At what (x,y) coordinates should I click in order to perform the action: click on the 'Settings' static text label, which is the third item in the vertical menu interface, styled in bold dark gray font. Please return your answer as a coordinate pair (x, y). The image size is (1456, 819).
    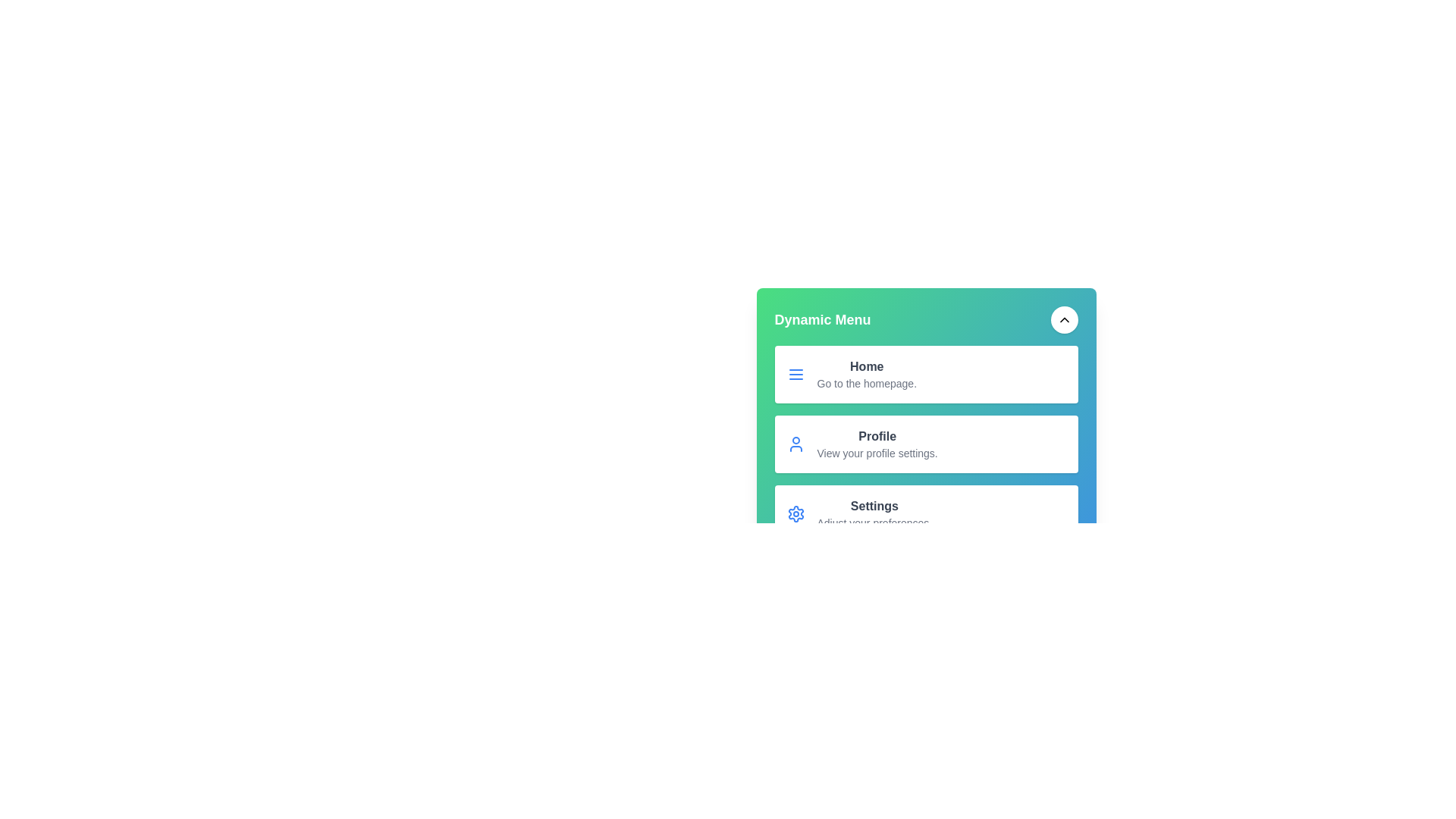
    Looking at the image, I should click on (874, 506).